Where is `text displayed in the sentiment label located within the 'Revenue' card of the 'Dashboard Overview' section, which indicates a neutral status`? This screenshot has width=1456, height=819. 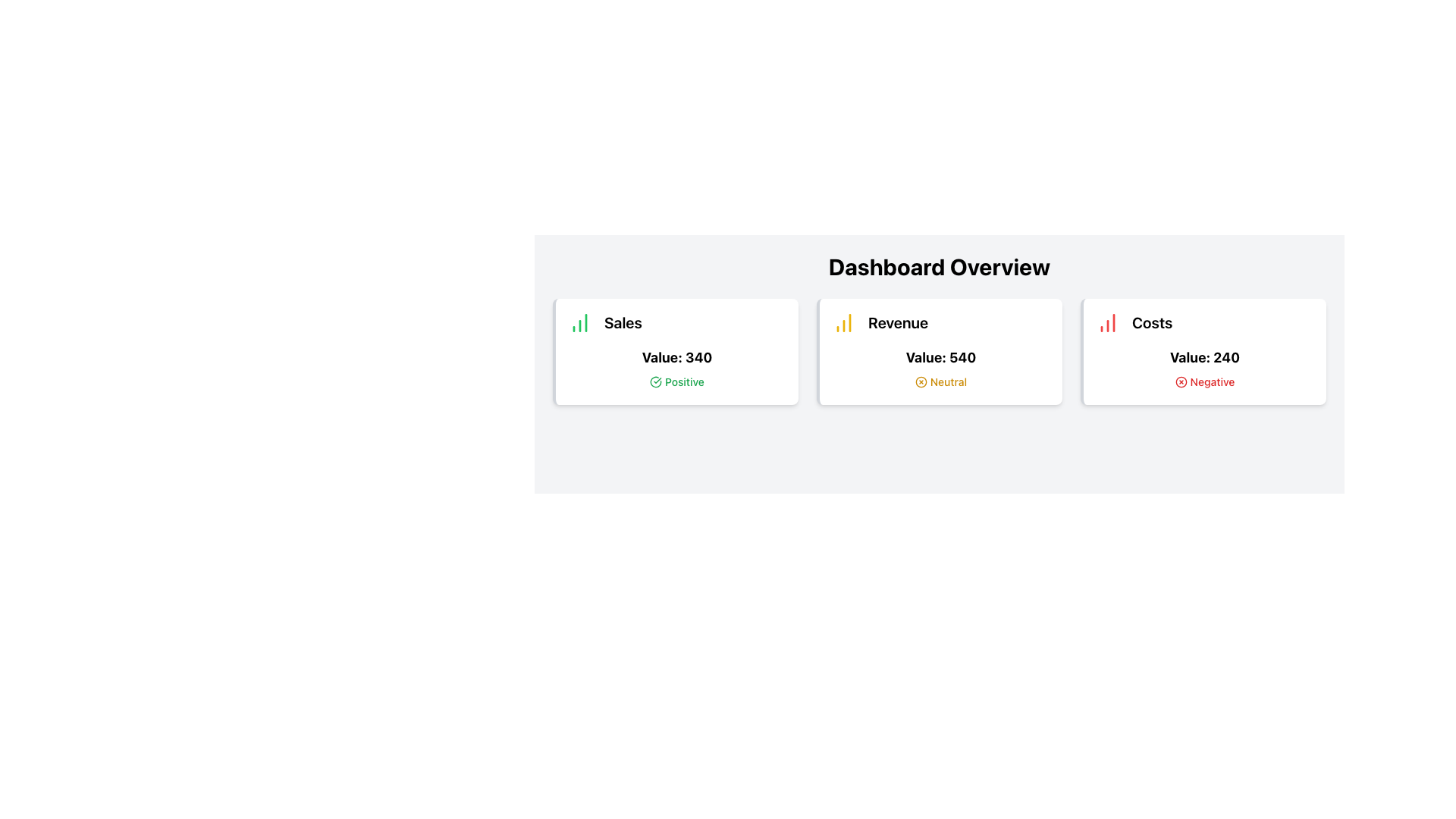
text displayed in the sentiment label located within the 'Revenue' card of the 'Dashboard Overview' section, which indicates a neutral status is located at coordinates (948, 381).